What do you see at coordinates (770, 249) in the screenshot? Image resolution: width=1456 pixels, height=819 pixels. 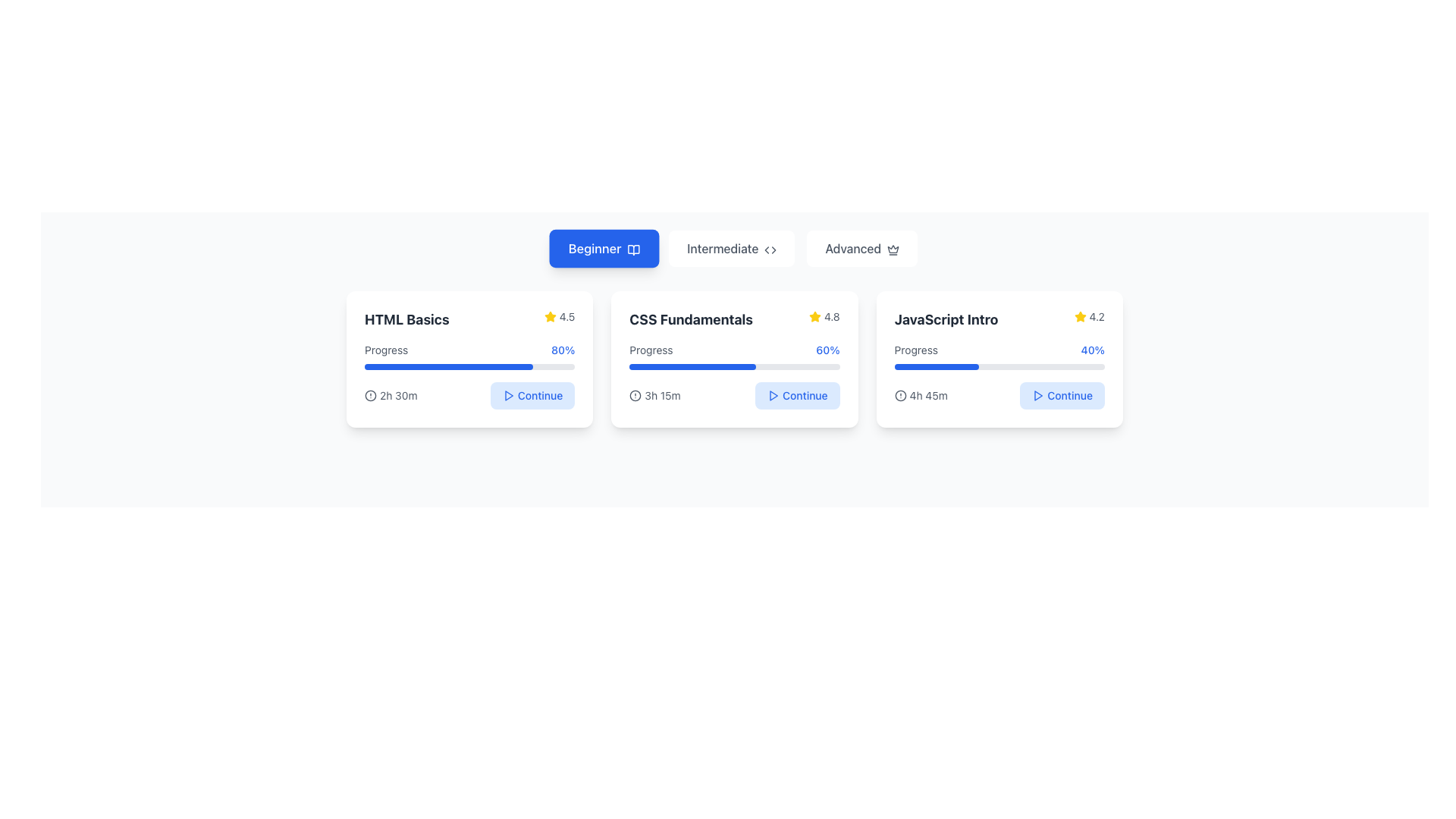 I see `the code symbol icon associated with the 'Intermediate' button located in the navigation bar, positioned between the 'Beginner' and 'Advanced' buttons` at bounding box center [770, 249].